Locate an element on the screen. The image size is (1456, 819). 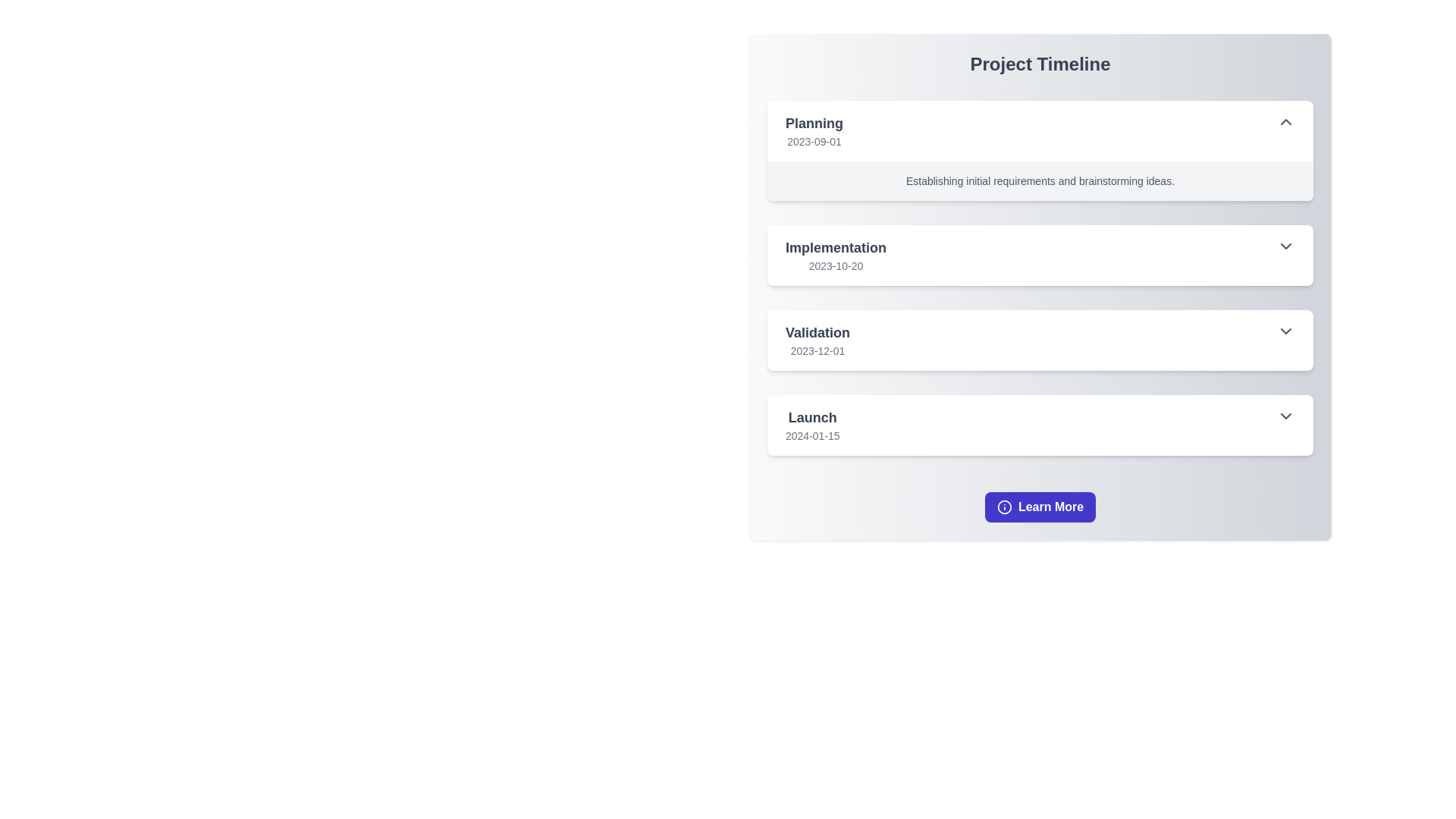
the textual label displaying 'Planning' with the date '2023-09-01' in a vertically arranged list of timeline stages is located at coordinates (814, 130).